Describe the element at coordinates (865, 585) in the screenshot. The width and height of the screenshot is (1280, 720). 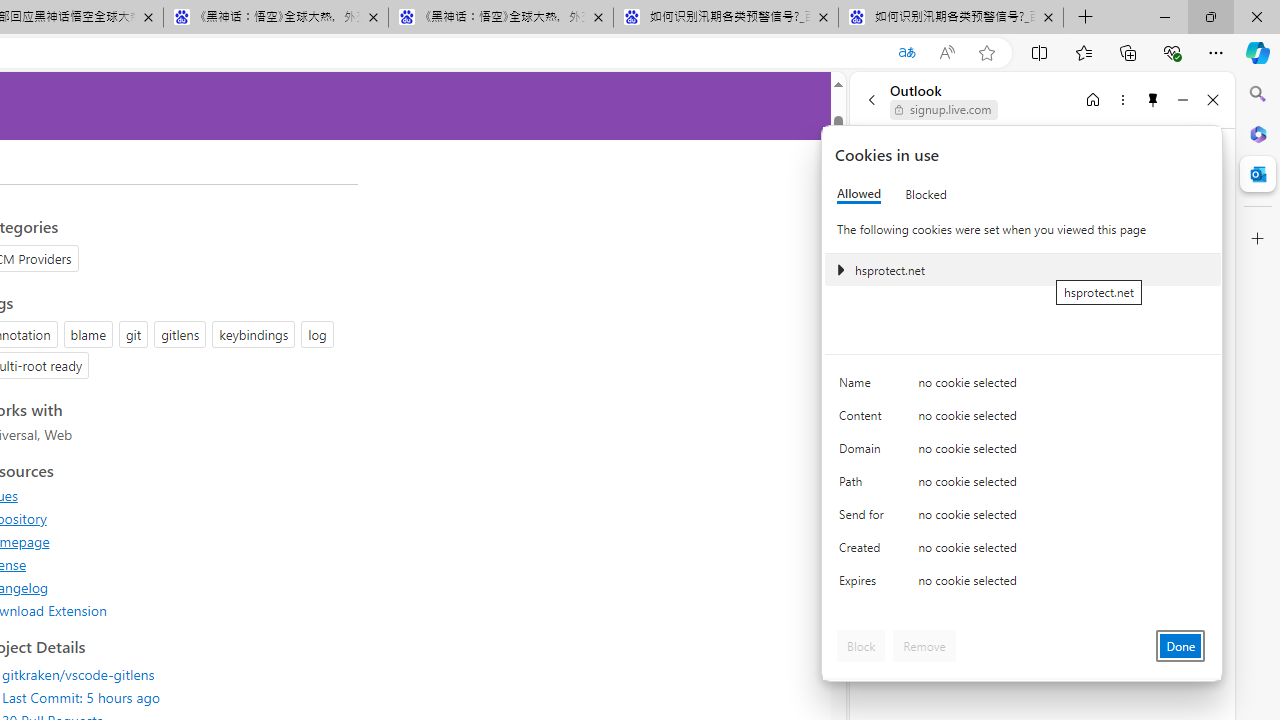
I see `'Expires'` at that location.